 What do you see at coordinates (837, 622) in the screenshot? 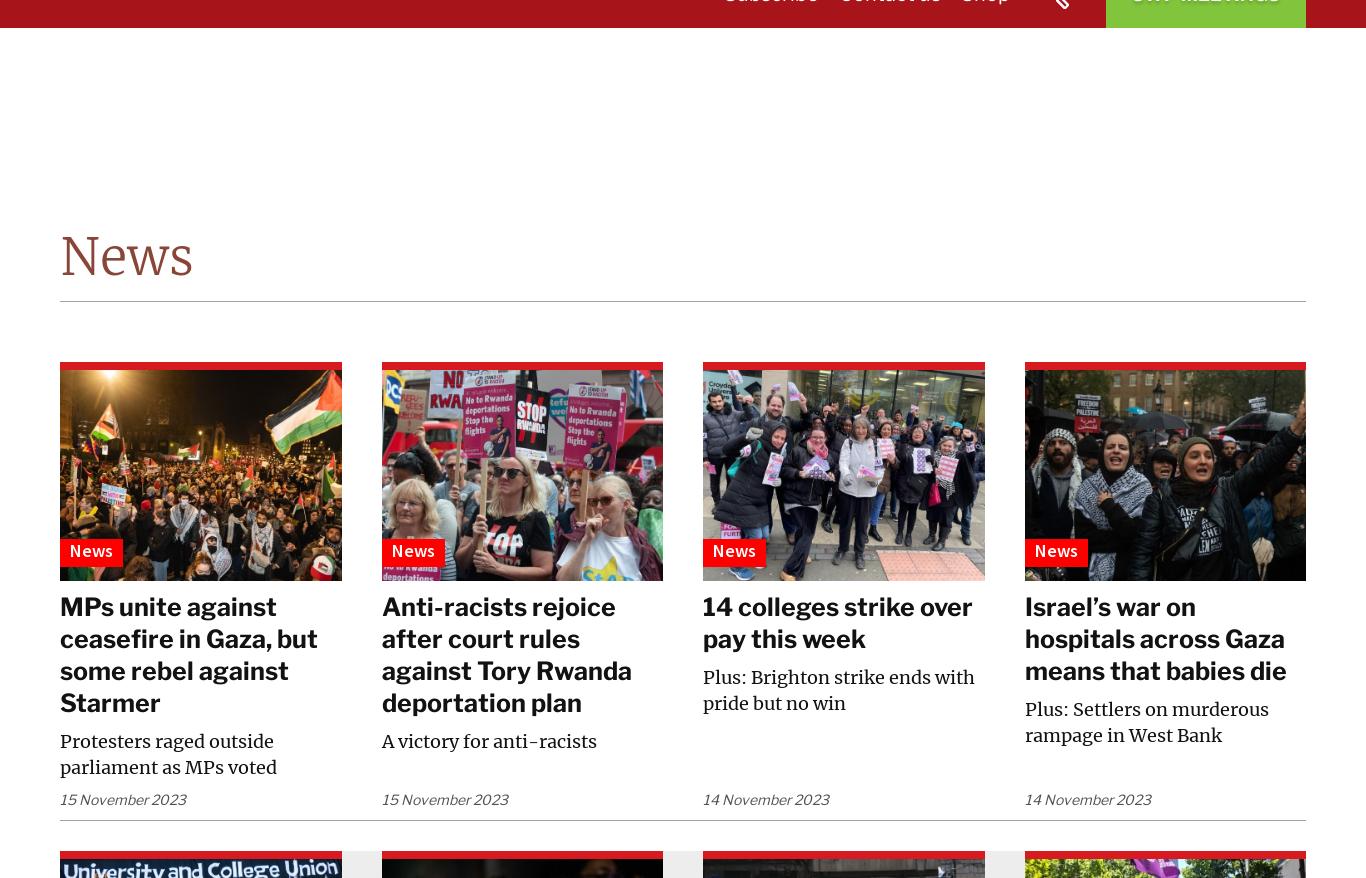
I see `'14 colleges strike over pay this week'` at bounding box center [837, 622].